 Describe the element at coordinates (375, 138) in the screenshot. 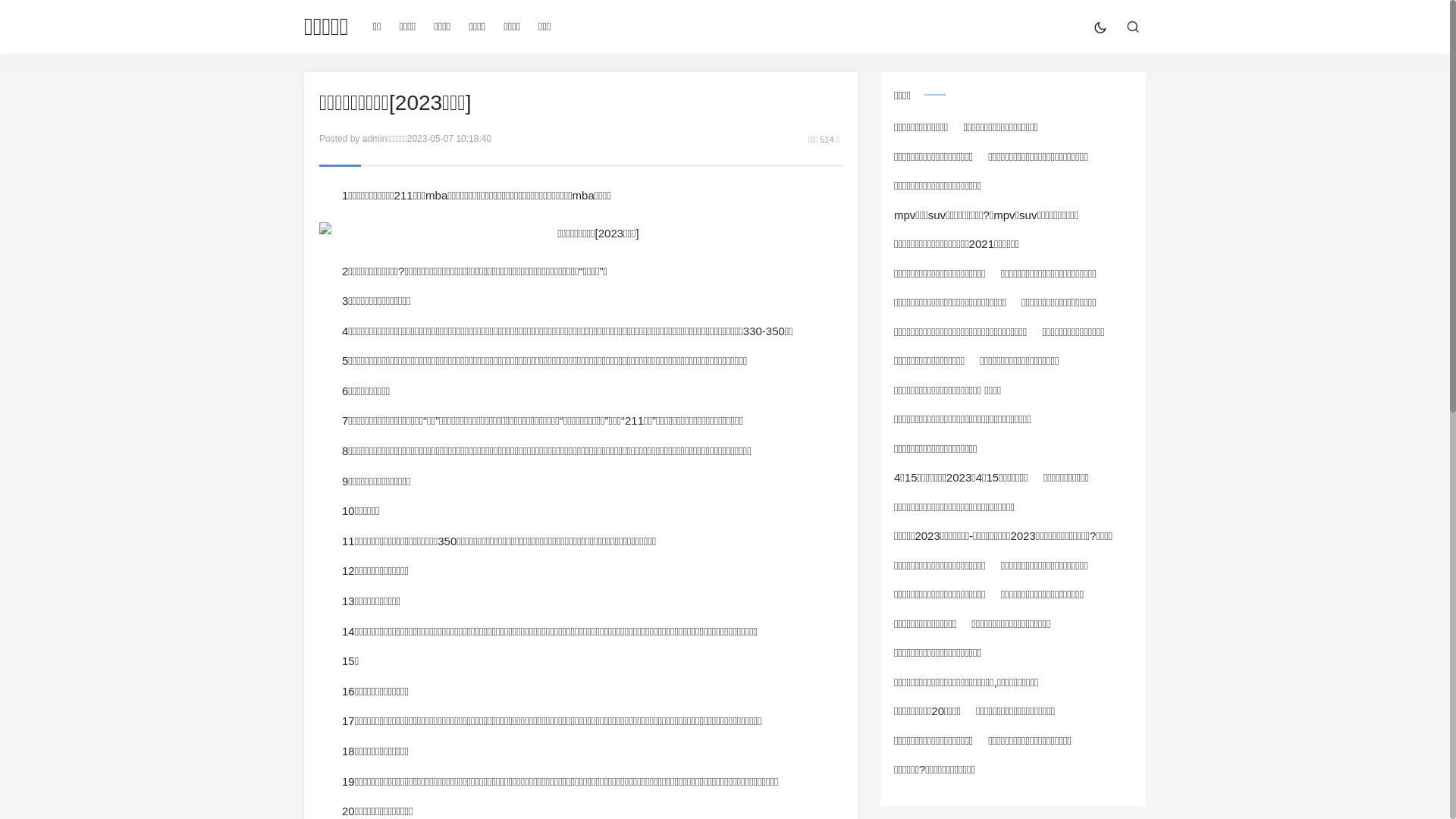

I see `'admin'` at that location.